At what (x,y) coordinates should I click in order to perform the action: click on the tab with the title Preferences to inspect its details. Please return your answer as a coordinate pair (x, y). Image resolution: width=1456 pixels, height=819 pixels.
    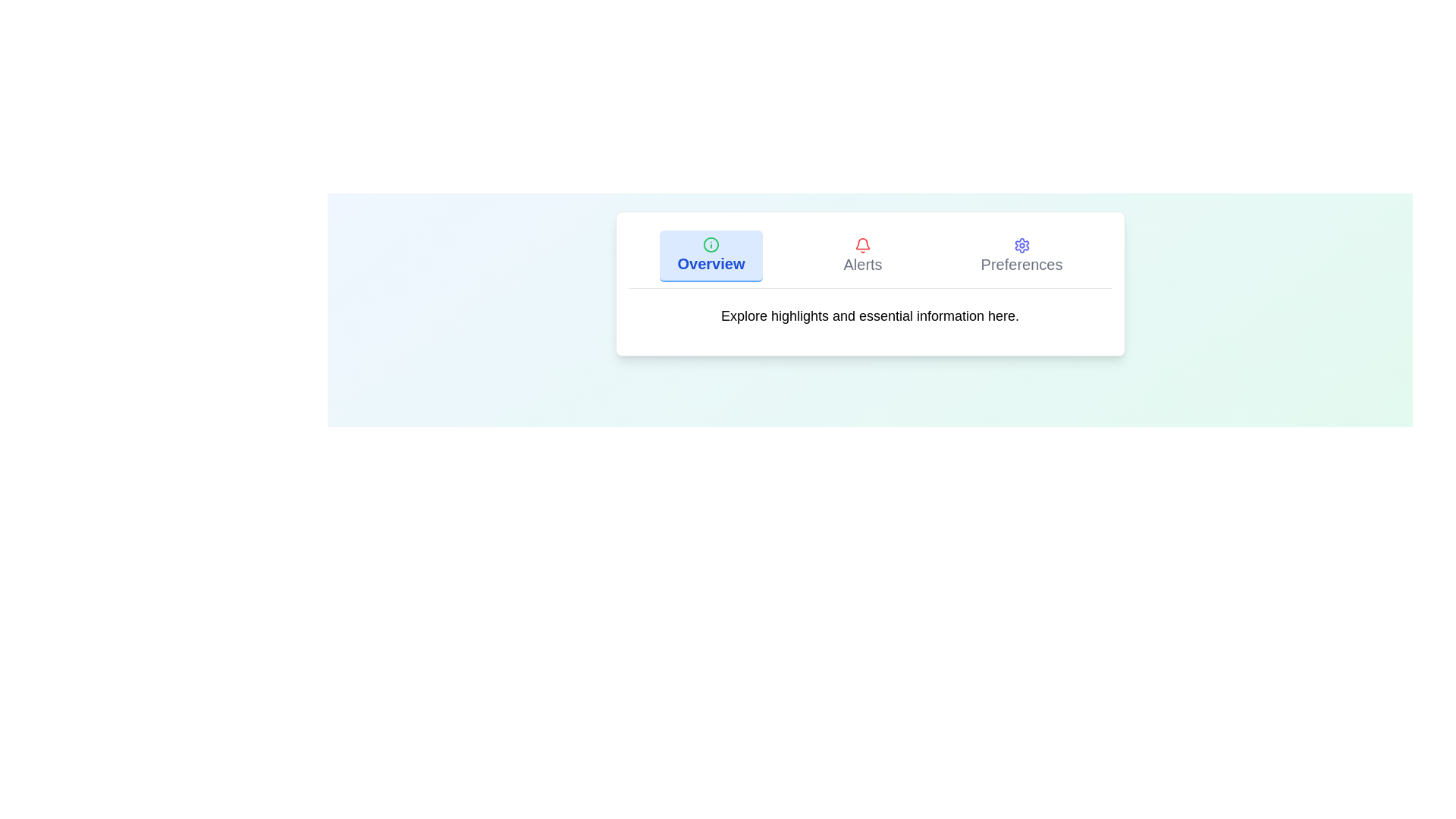
    Looking at the image, I should click on (1021, 256).